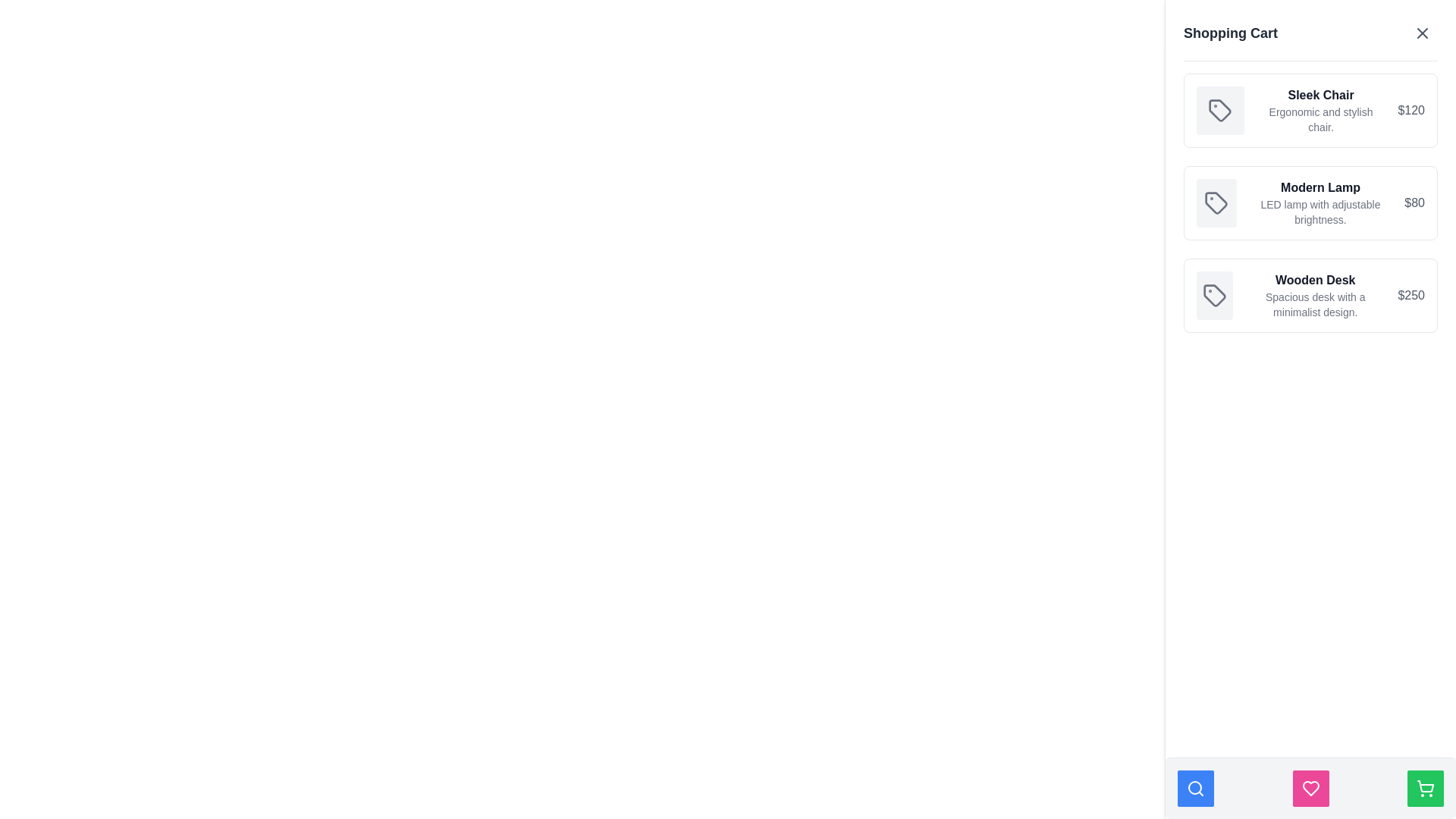  I want to click on the text label reading 'LED lamp with adjustable brightness' styled in light gray, located below the title 'Modern Lamp' in the shopping cart sidebar, so click(1319, 212).